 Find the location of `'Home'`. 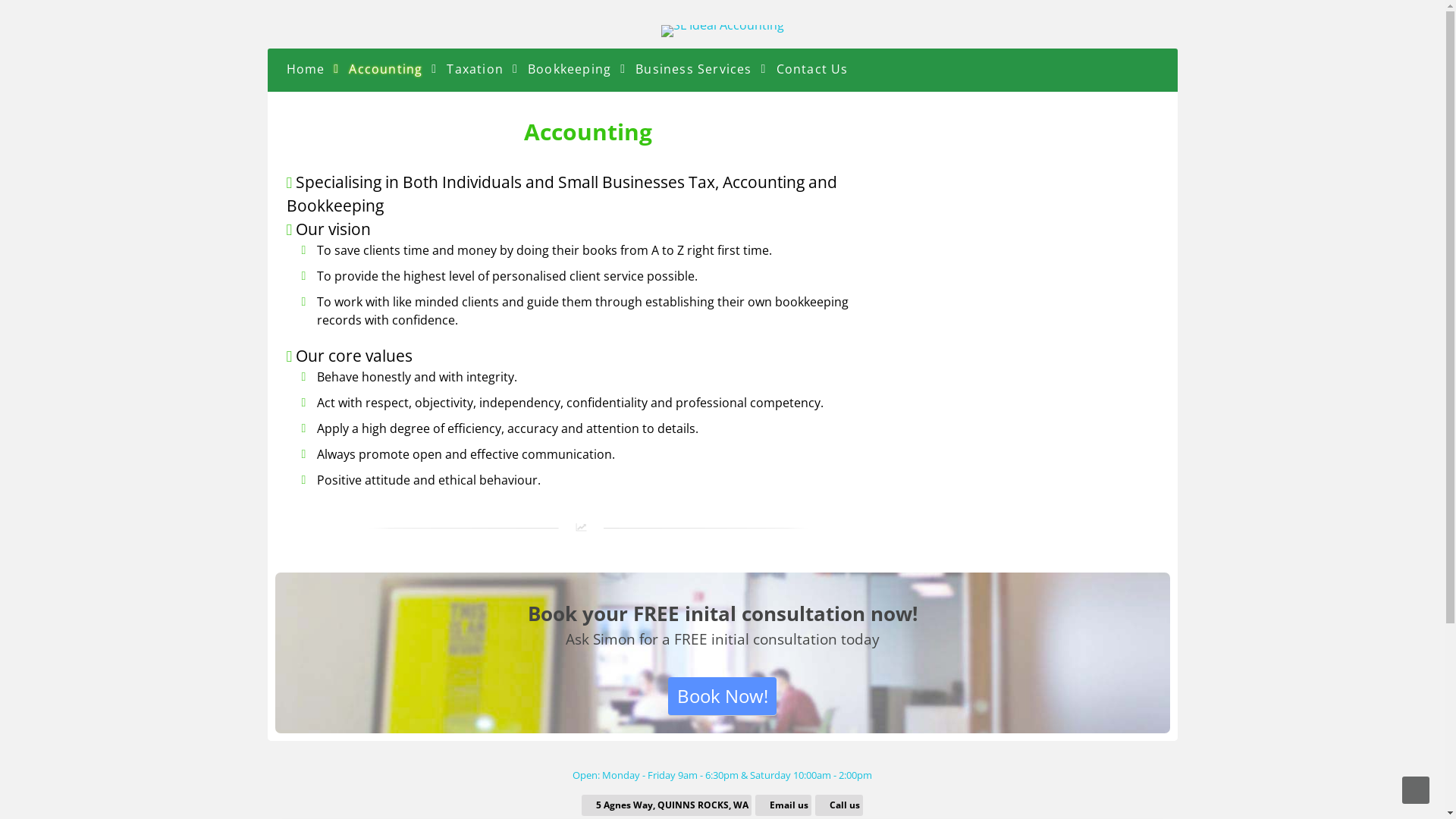

'Home' is located at coordinates (304, 67).